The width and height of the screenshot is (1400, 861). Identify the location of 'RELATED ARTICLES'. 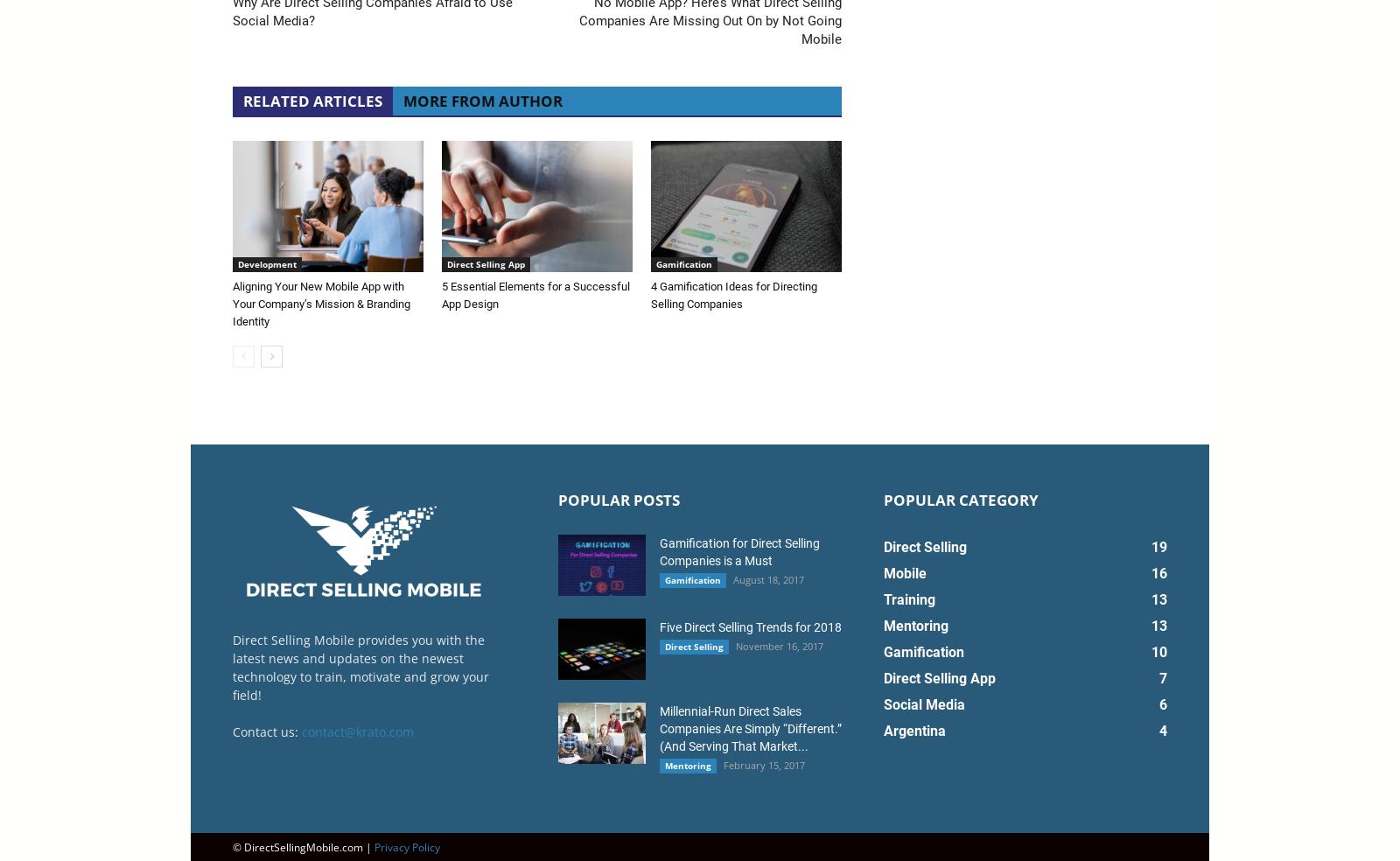
(312, 99).